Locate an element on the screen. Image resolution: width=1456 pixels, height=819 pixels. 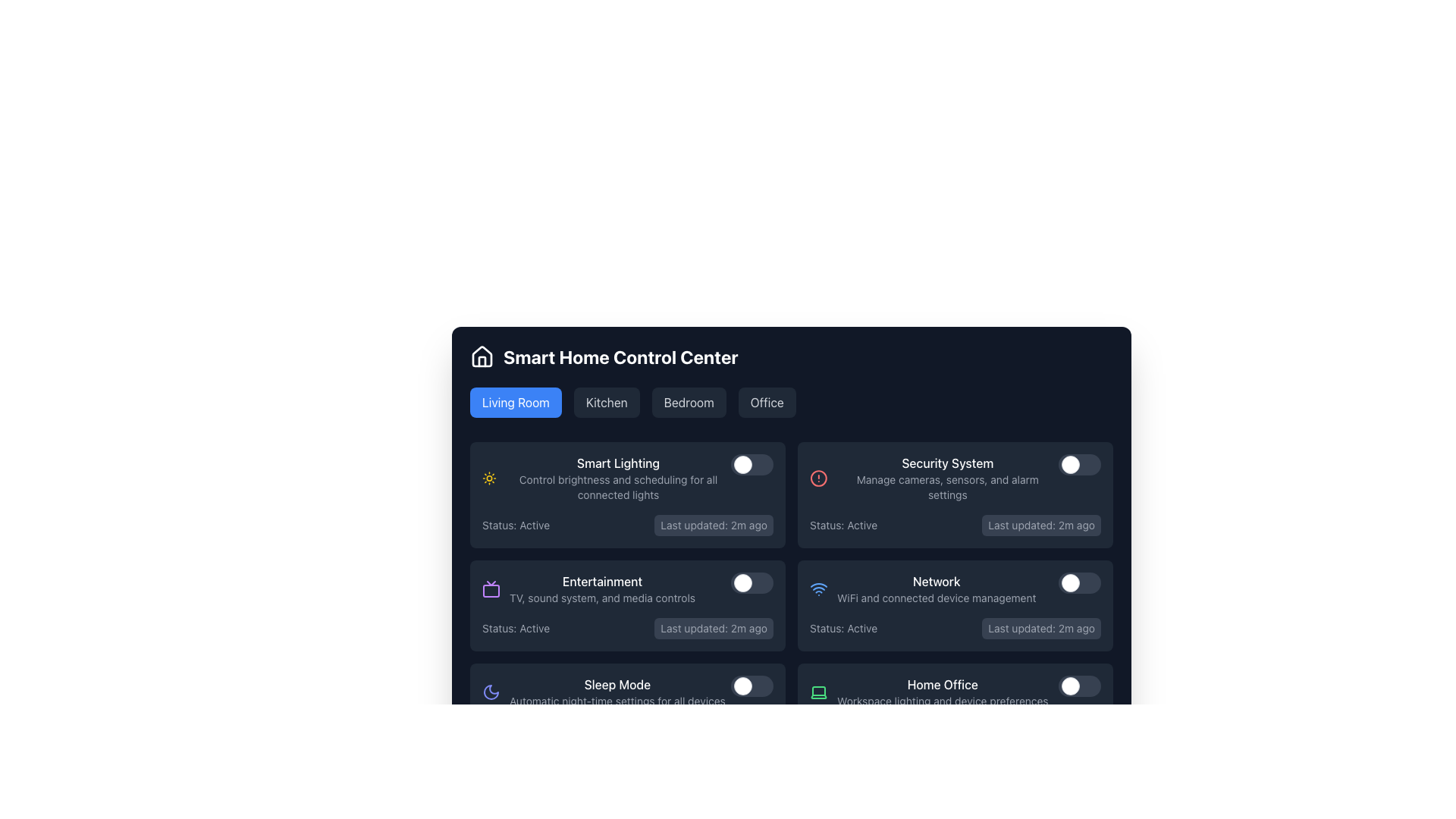
the outermost arc of the Wi-Fi signal icon in the 'Network' section of the smart home interface, which visually represents network connectivity is located at coordinates (818, 584).